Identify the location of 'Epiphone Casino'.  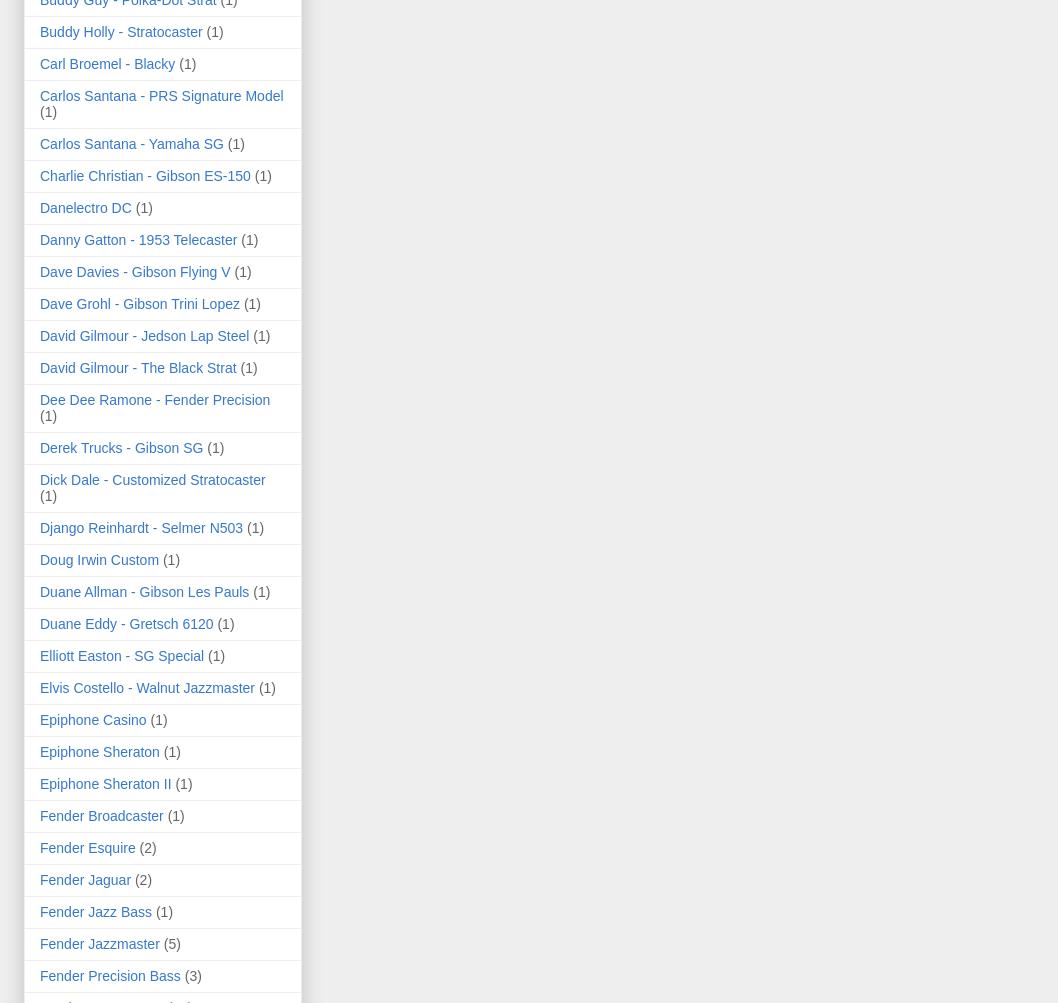
(91, 717).